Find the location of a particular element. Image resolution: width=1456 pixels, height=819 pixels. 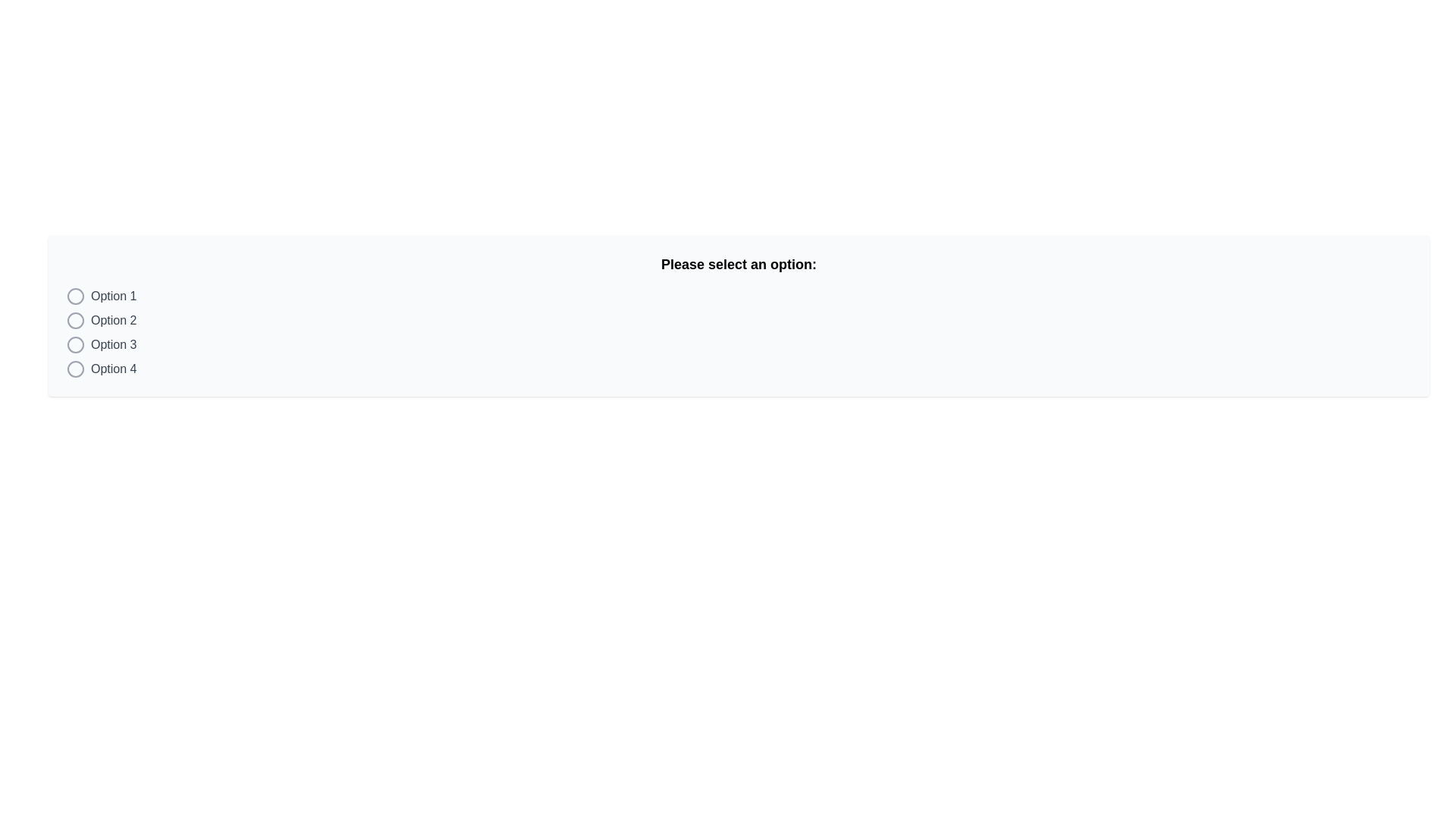

text label indicating the third selectable option in the list, which is positioned to the left of the corresponding radio button is located at coordinates (113, 345).